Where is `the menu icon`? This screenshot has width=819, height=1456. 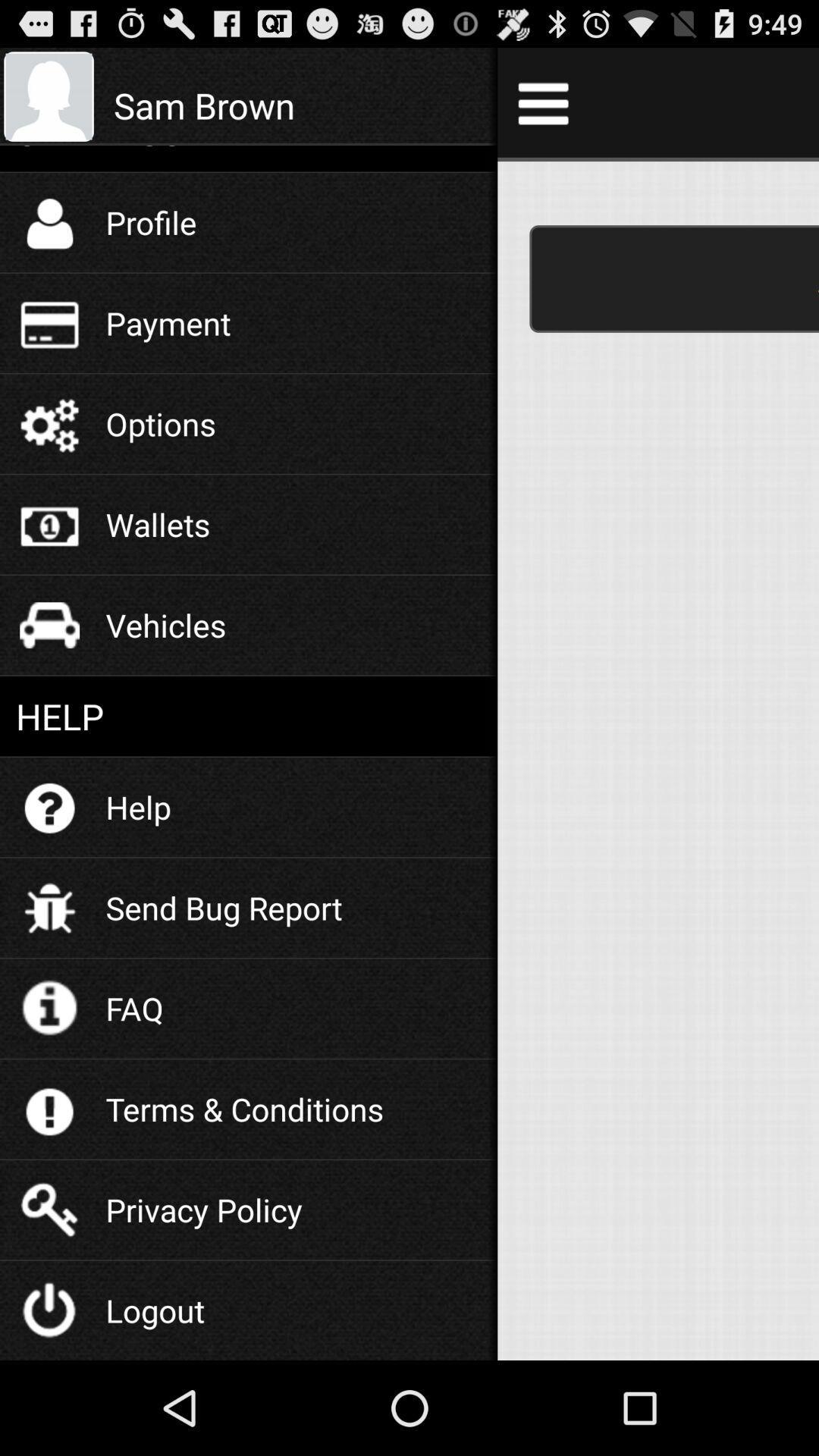
the menu icon is located at coordinates (542, 108).